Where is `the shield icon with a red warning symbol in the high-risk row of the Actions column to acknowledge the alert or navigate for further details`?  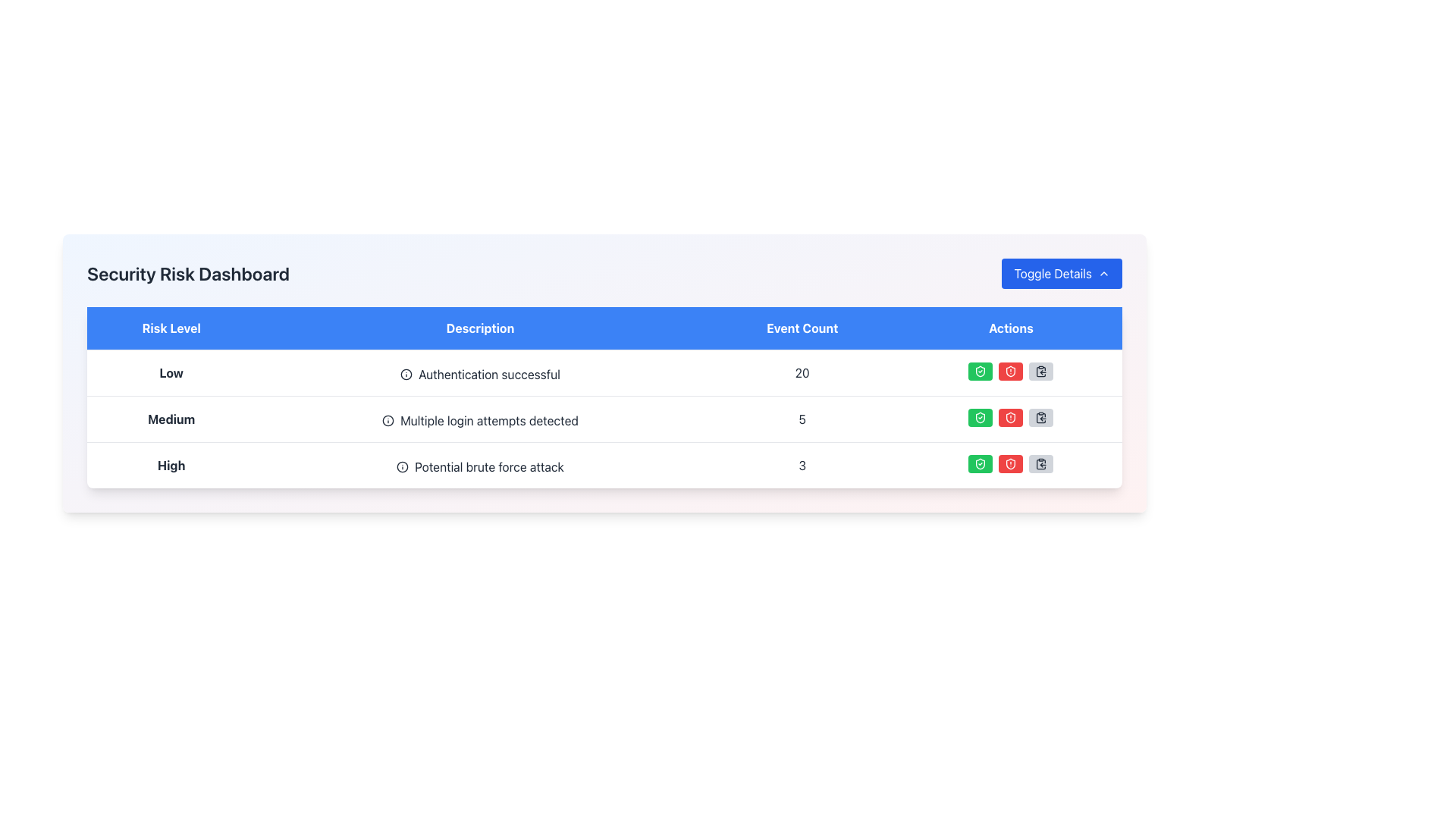 the shield icon with a red warning symbol in the high-risk row of the Actions column to acknowledge the alert or navigate for further details is located at coordinates (1011, 418).